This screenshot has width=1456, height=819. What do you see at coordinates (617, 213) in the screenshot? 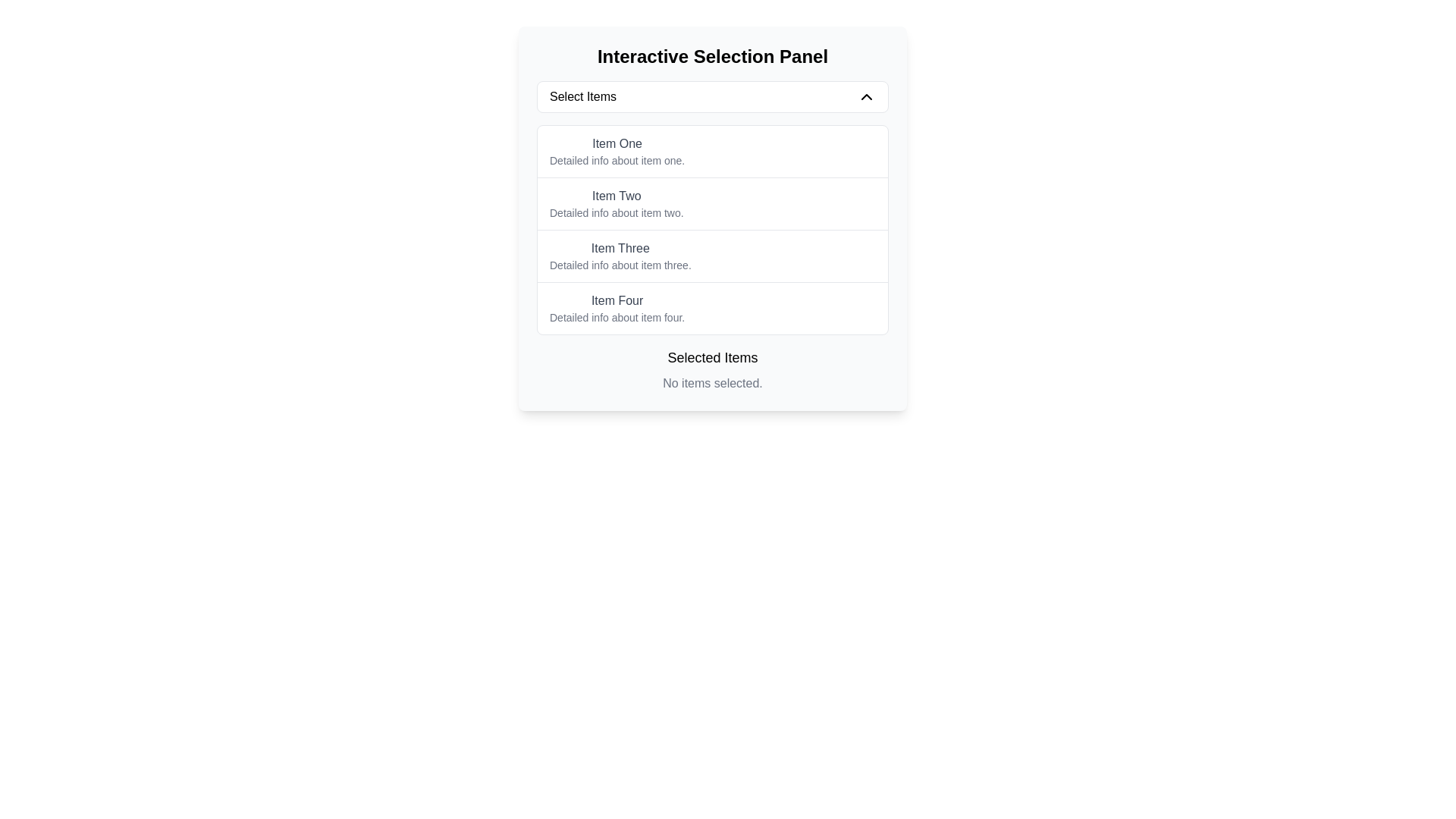
I see `descriptive text element that provides information about 'Item Two', located below the title 'Item Two' and above 'Item Three'` at bounding box center [617, 213].